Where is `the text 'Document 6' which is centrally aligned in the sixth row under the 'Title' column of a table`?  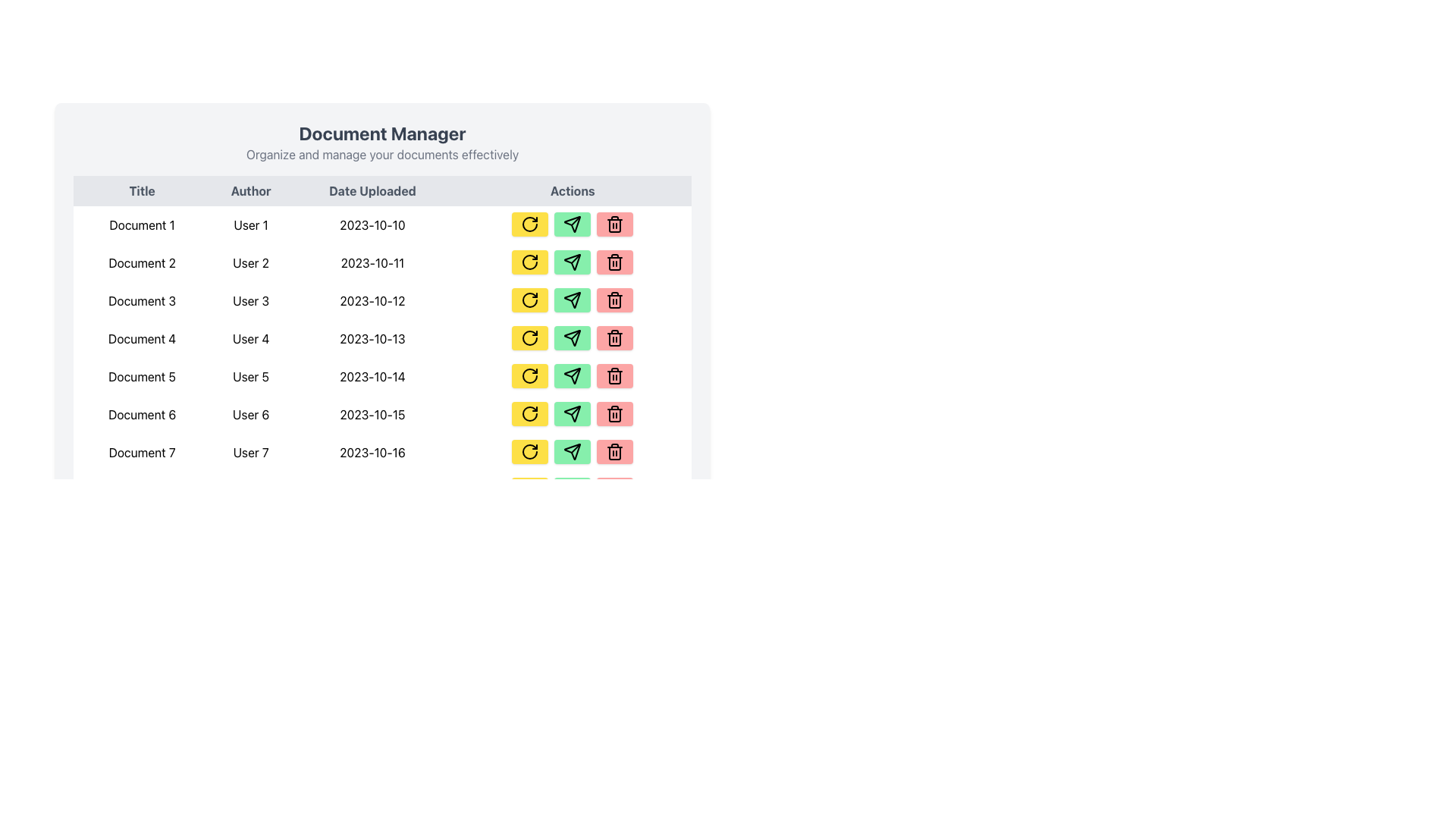
the text 'Document 6' which is centrally aligned in the sixth row under the 'Title' column of a table is located at coordinates (142, 415).